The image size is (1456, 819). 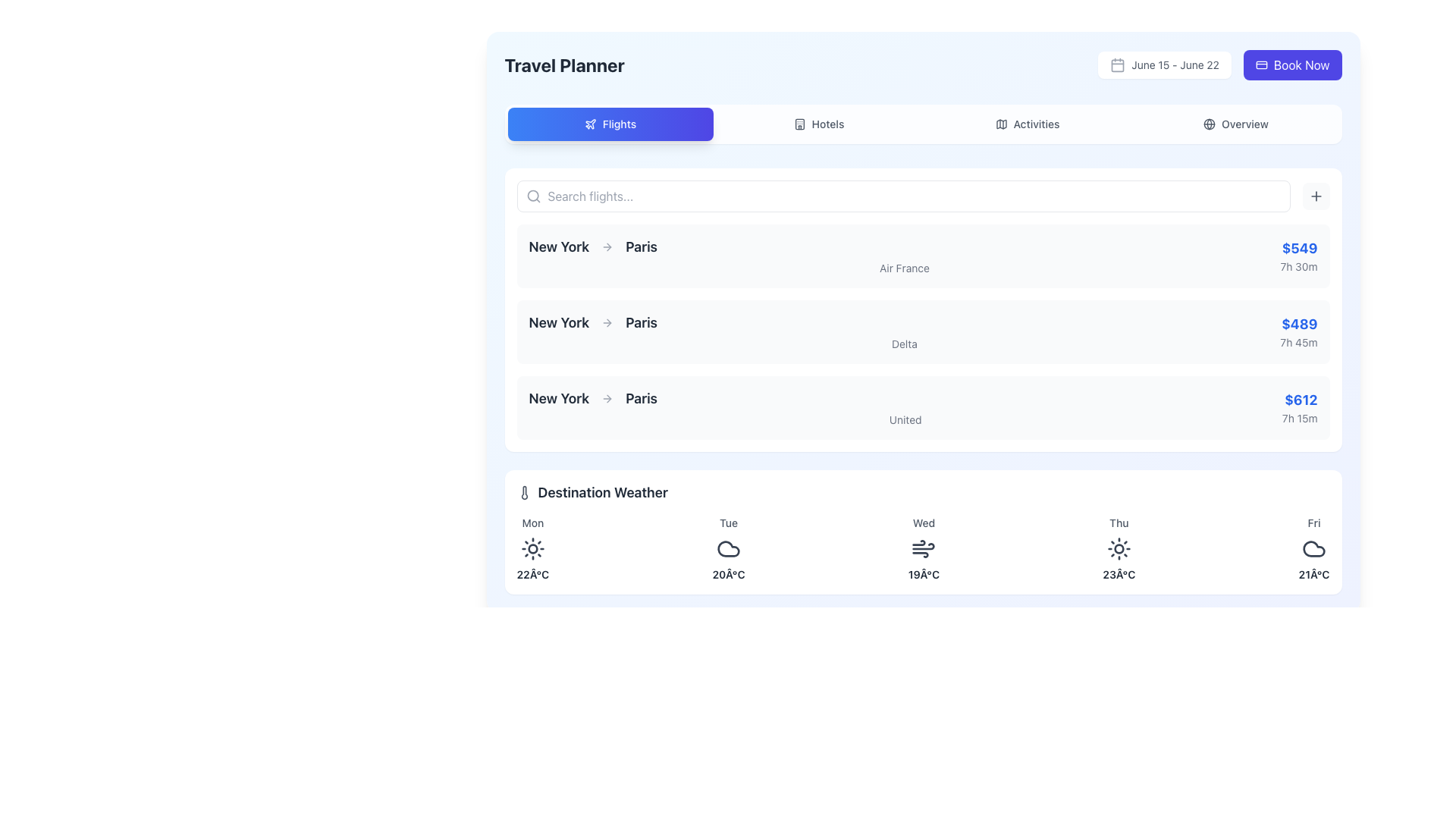 I want to click on the text display element that shows 'June 15 - June 22' in gray font, located in the top-right corner of the interface within a white card, so click(x=1175, y=64).